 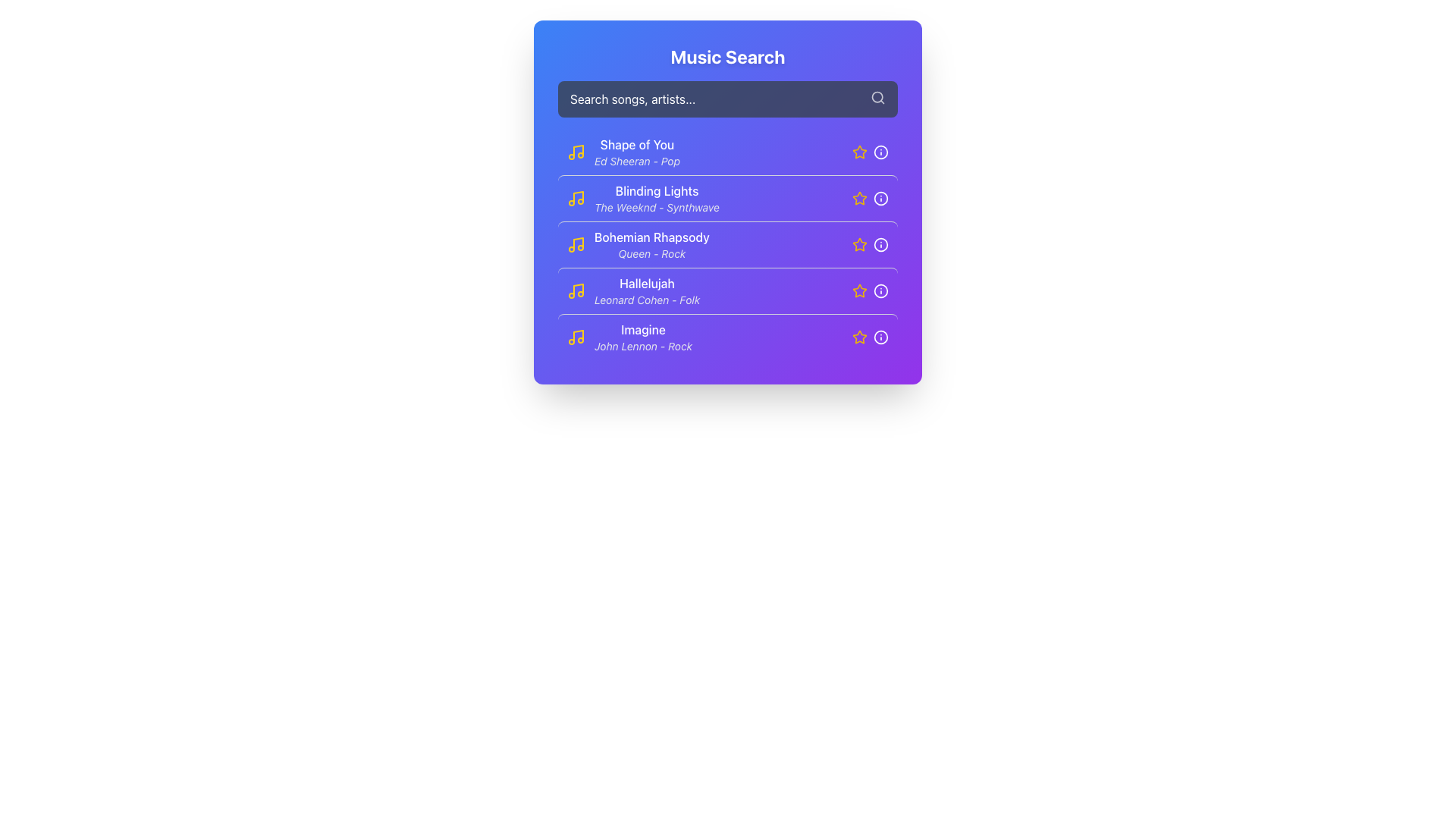 I want to click on the circular white icon adjacent to the 'Bohemian Rhapsody' song entry, so click(x=880, y=244).